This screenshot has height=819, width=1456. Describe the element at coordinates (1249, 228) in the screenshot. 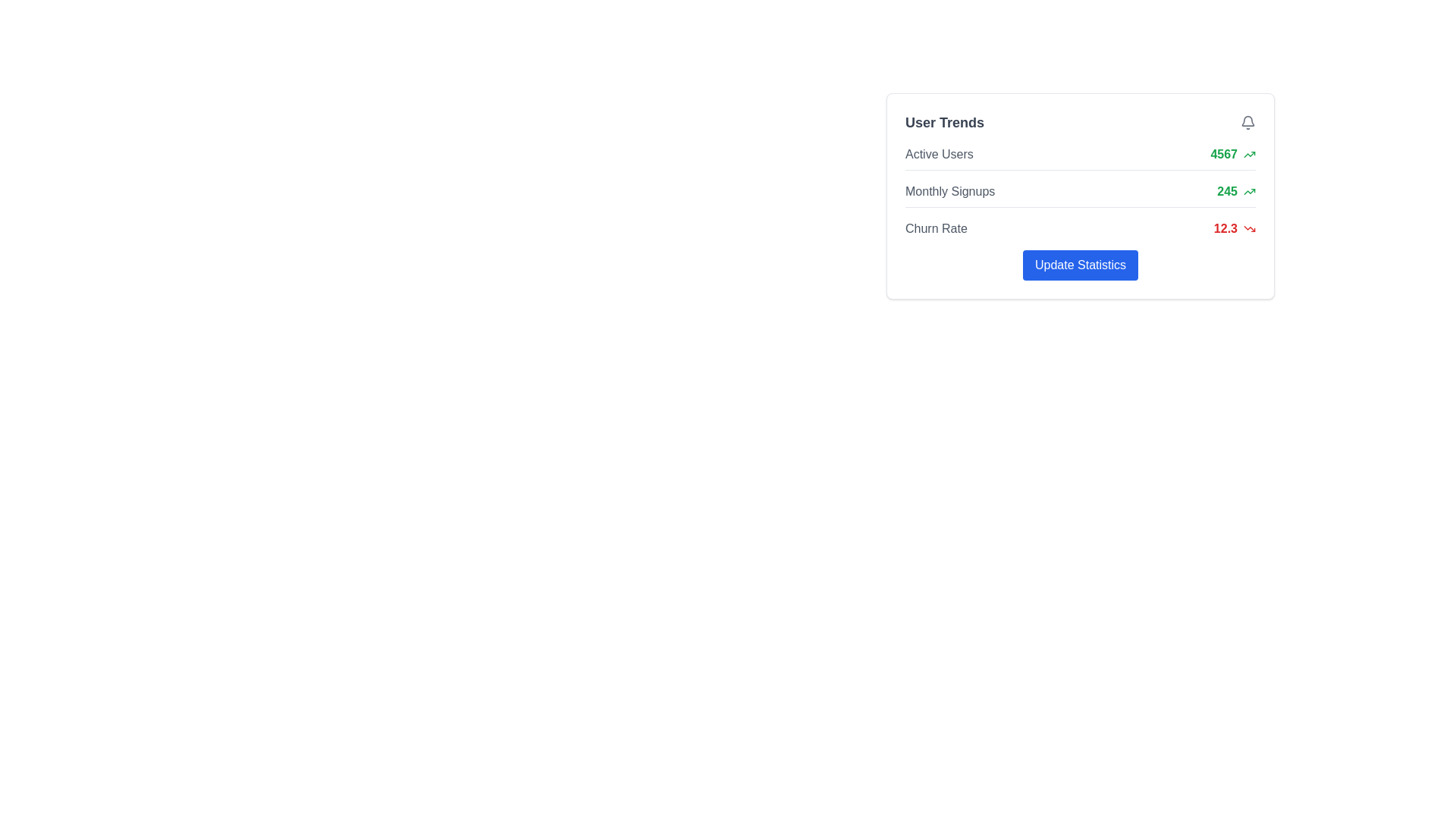

I see `the small icon resembling a downward trend arrow with a red stroke, located next to the red text '12.3' in the 'User Trends' card, positioned at the right side of the 'Churn Rate' label` at that location.